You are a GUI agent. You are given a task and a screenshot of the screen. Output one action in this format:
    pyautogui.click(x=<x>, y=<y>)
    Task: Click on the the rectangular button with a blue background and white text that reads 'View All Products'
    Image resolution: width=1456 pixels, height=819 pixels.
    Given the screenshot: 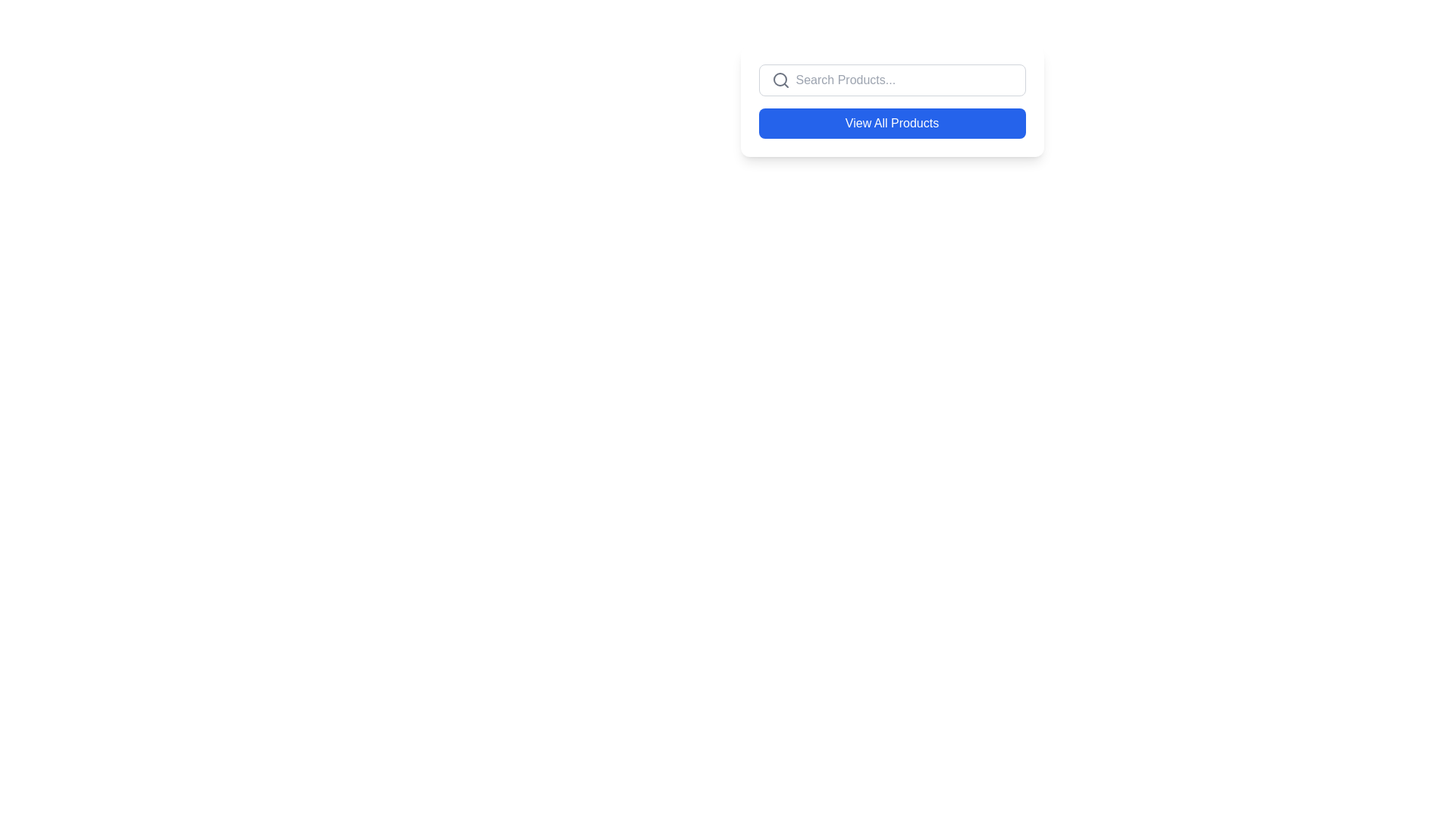 What is the action you would take?
    pyautogui.click(x=892, y=122)
    